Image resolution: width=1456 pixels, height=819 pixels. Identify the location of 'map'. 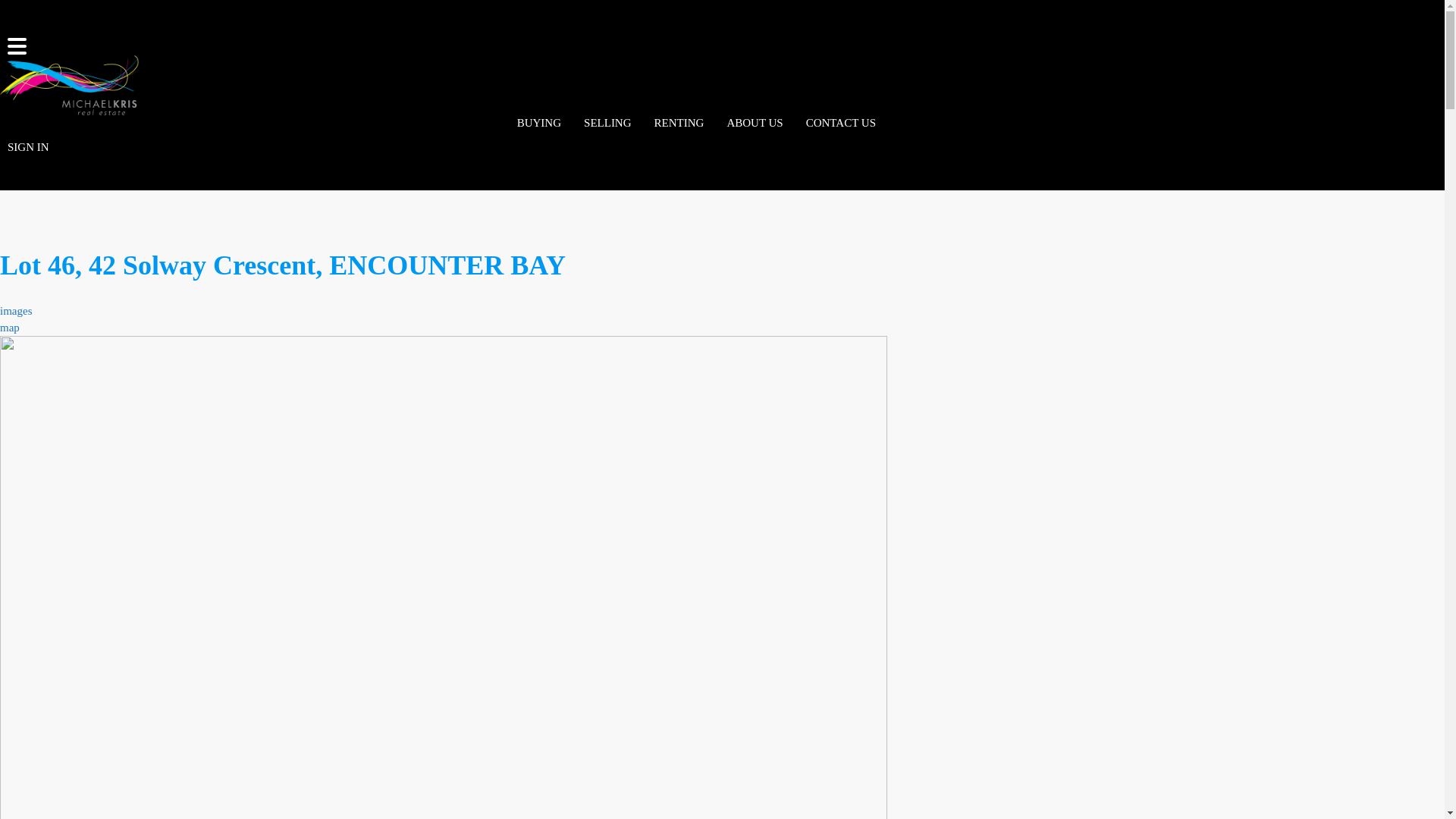
(10, 327).